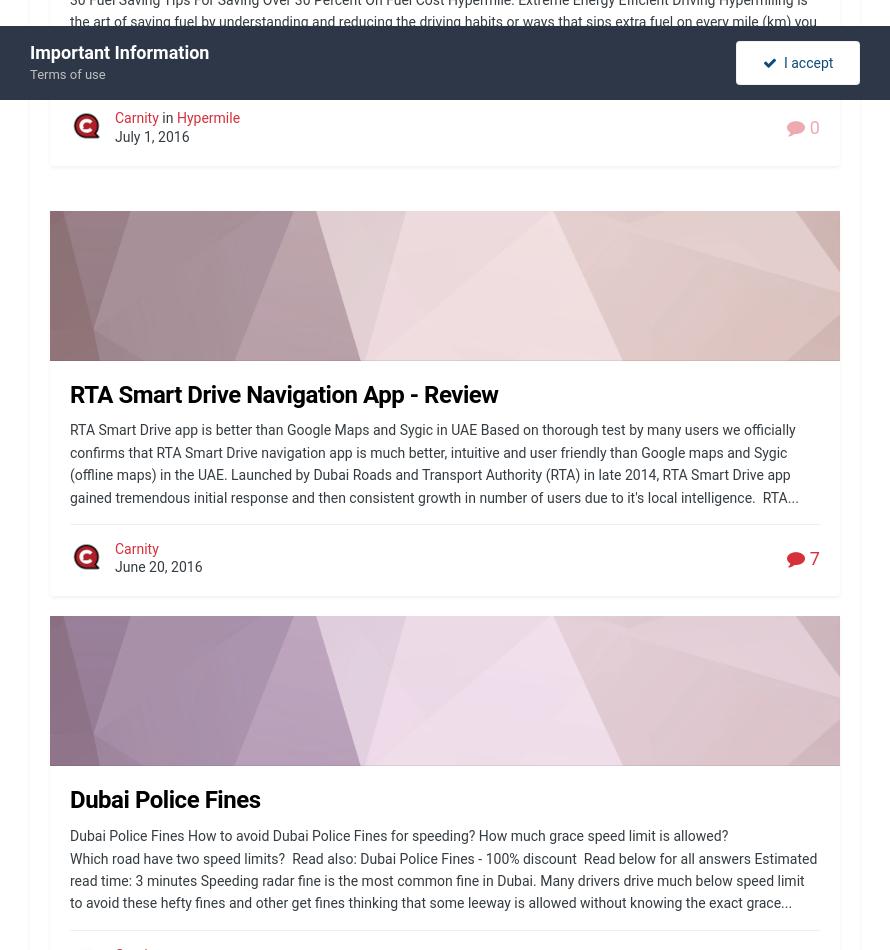 The width and height of the screenshot is (890, 950). Describe the element at coordinates (812, 126) in the screenshot. I see `'0'` at that location.